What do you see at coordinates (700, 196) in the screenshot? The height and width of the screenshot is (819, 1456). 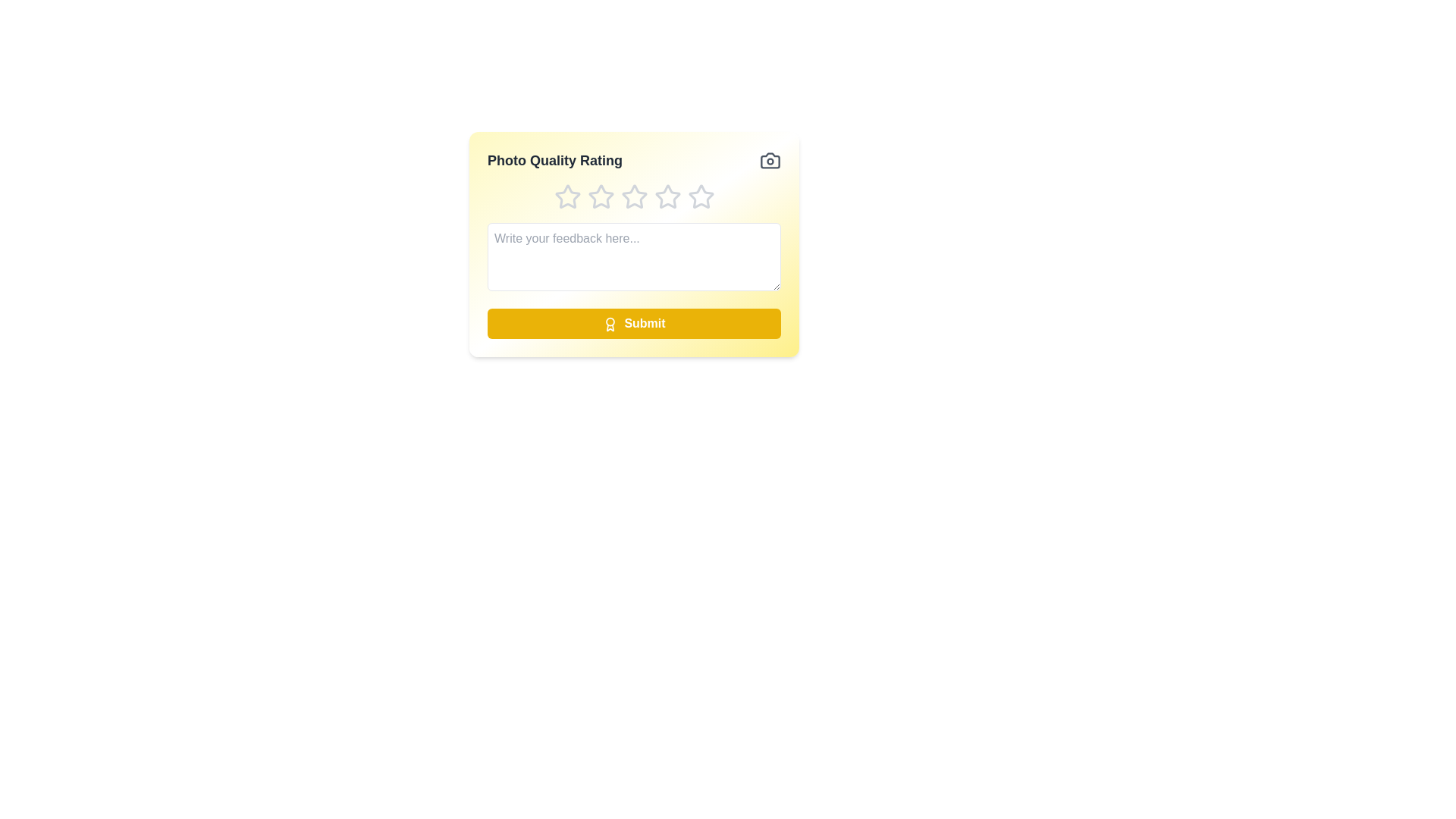 I see `the star corresponding to the rating 5` at bounding box center [700, 196].